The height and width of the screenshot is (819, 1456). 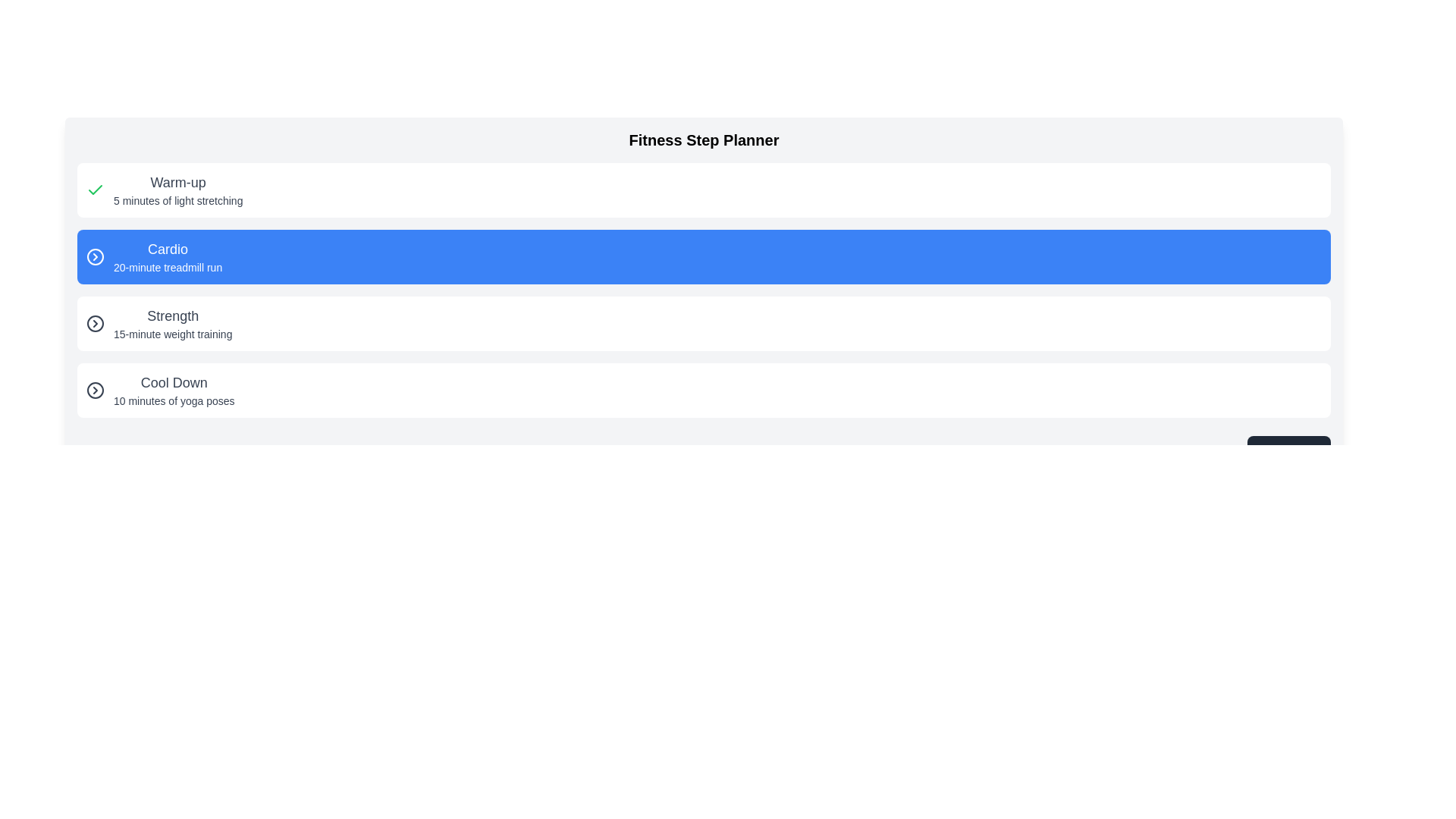 What do you see at coordinates (94, 323) in the screenshot?
I see `the circular icon with an arrow inside that indicates the training step 'Strength', which is located to the left of the text 'Strength' and '15-minute weight training'. This icon is the third item in a vertical list of training steps` at bounding box center [94, 323].